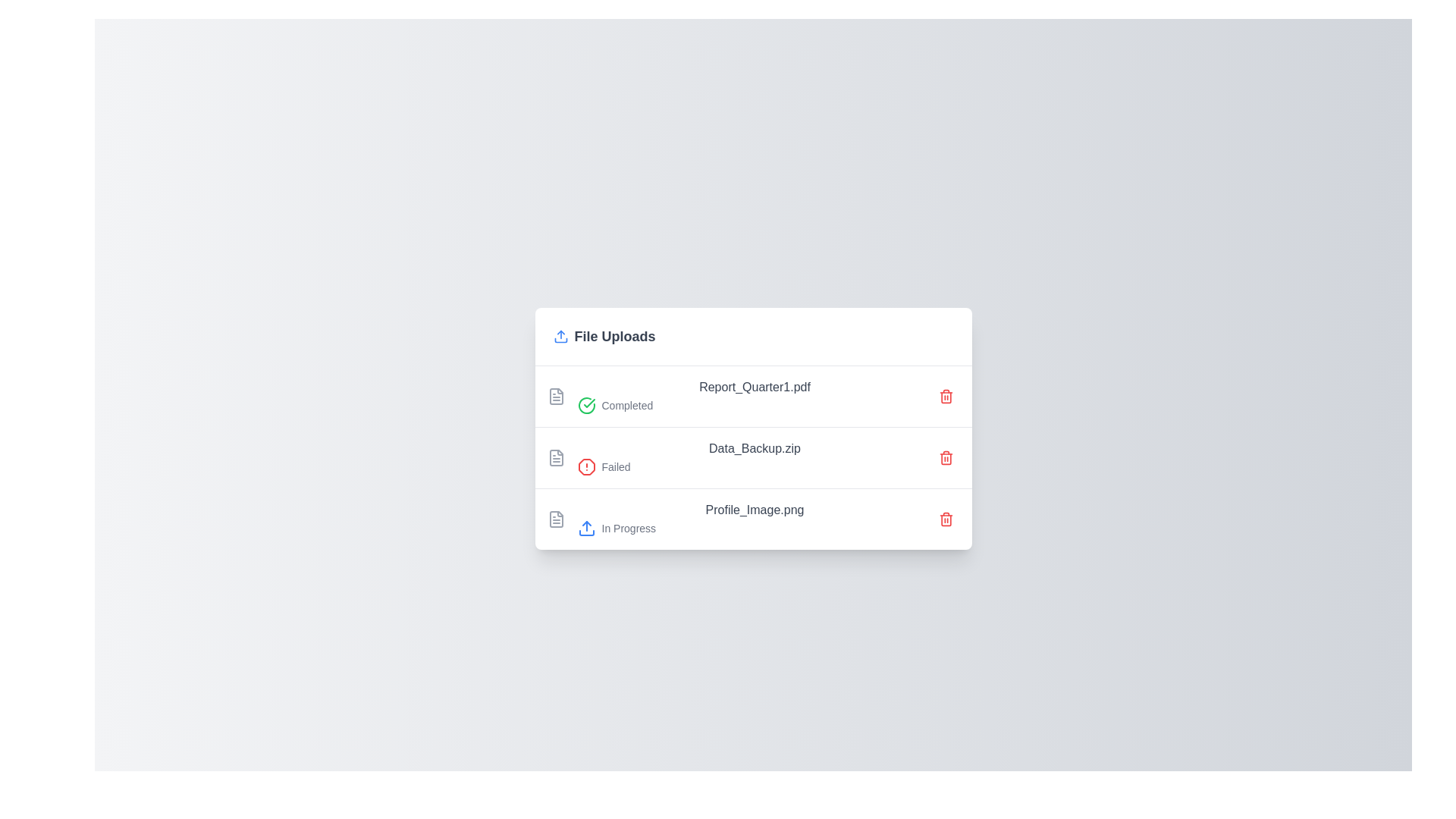  I want to click on the icon representing the file 'Profile_Image.png', which is located in the third row of the file upload list, to the left of the corresponding label, so click(555, 518).